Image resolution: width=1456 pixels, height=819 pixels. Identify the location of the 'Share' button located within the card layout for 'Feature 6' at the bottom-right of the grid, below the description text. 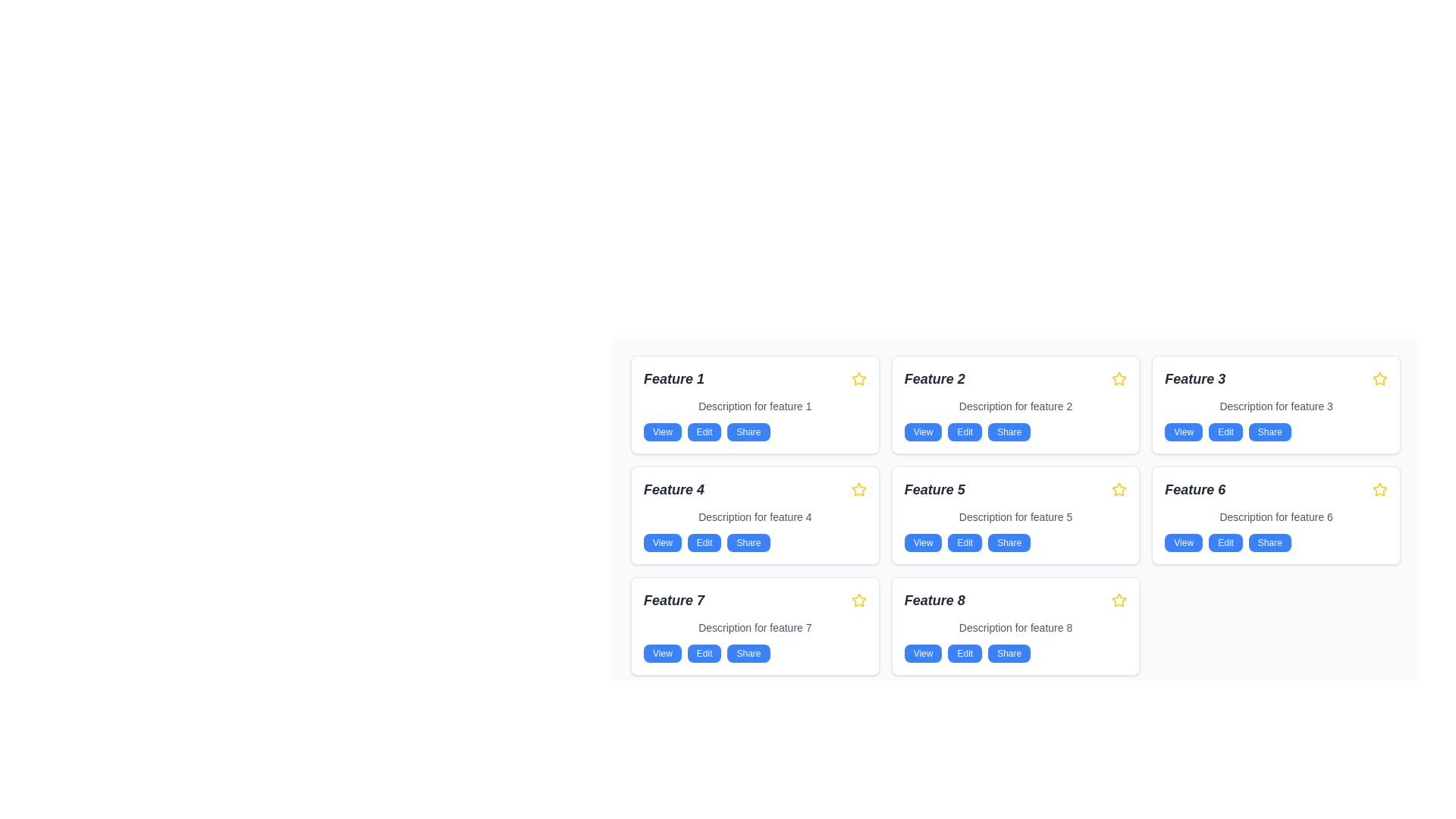
(1276, 542).